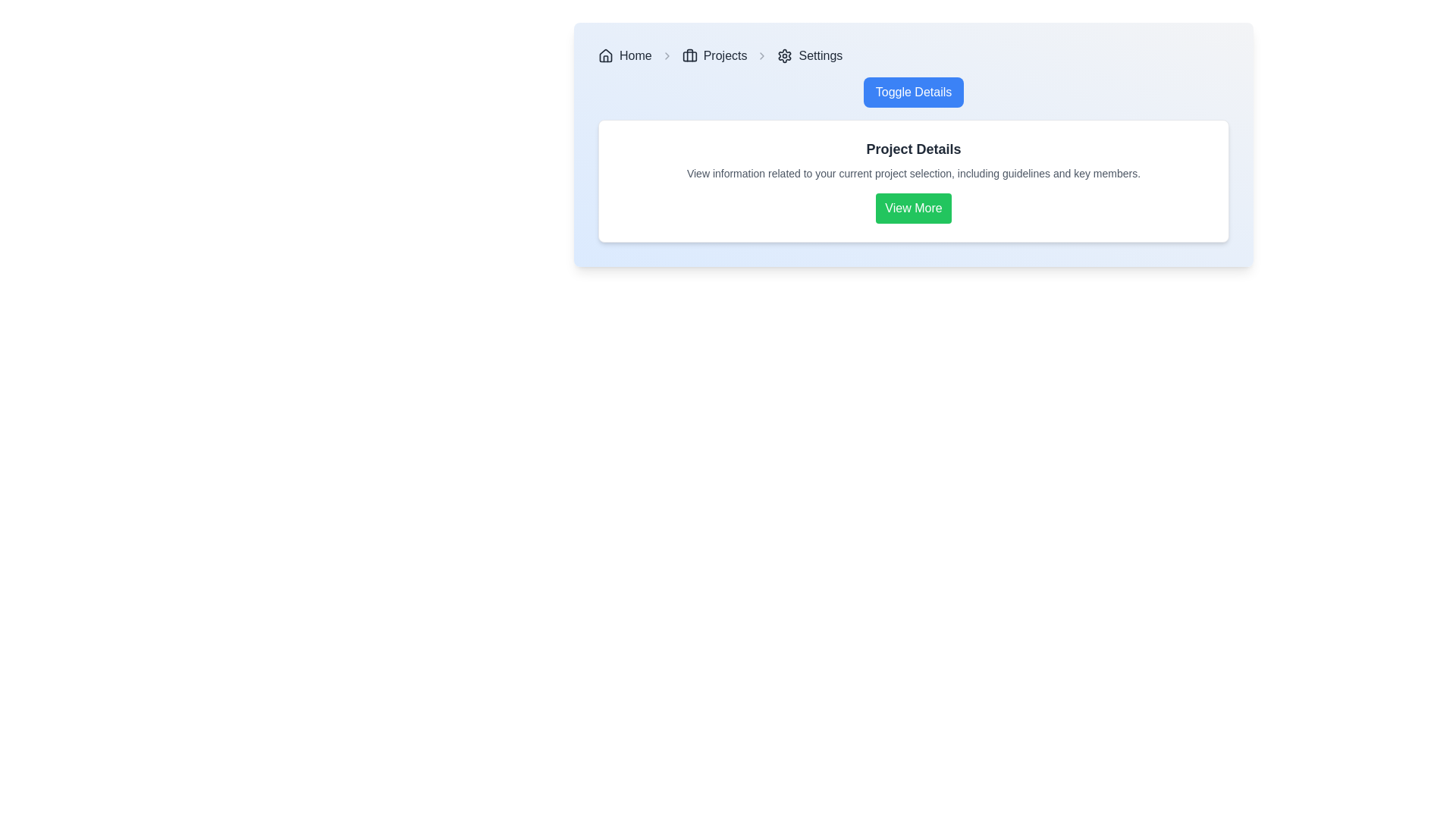 This screenshot has height=819, width=1456. Describe the element at coordinates (714, 55) in the screenshot. I see `the Navigation link with icon and text located in the horizontal navigation bar, positioned between 'Home' and 'Settings', for keyboard navigation` at that location.